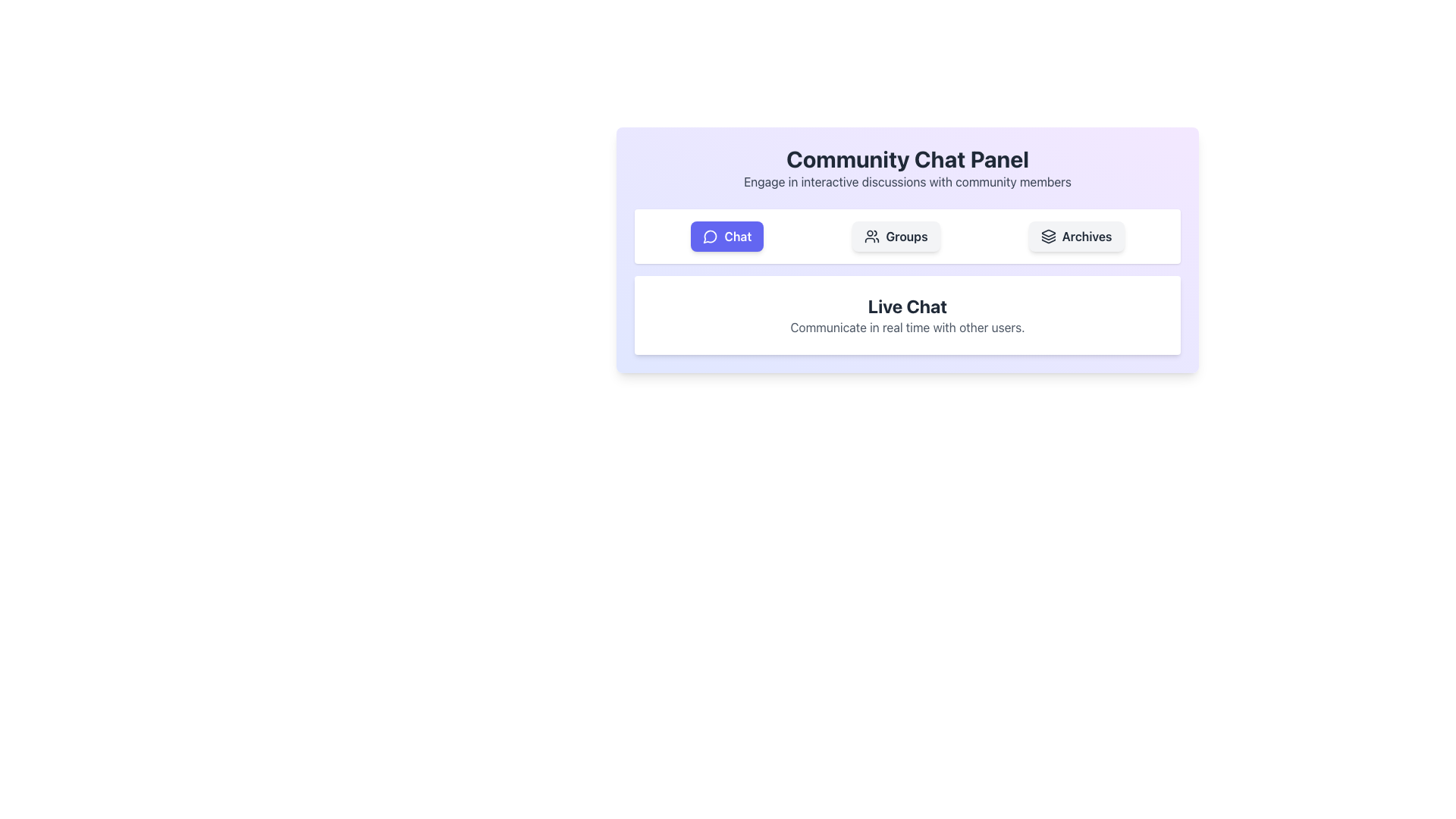 The height and width of the screenshot is (819, 1456). I want to click on the circular chat bubble icon located within the 'Chat' button, which is outlined with a bold stroke and positioned to the left of the button's text, so click(710, 237).